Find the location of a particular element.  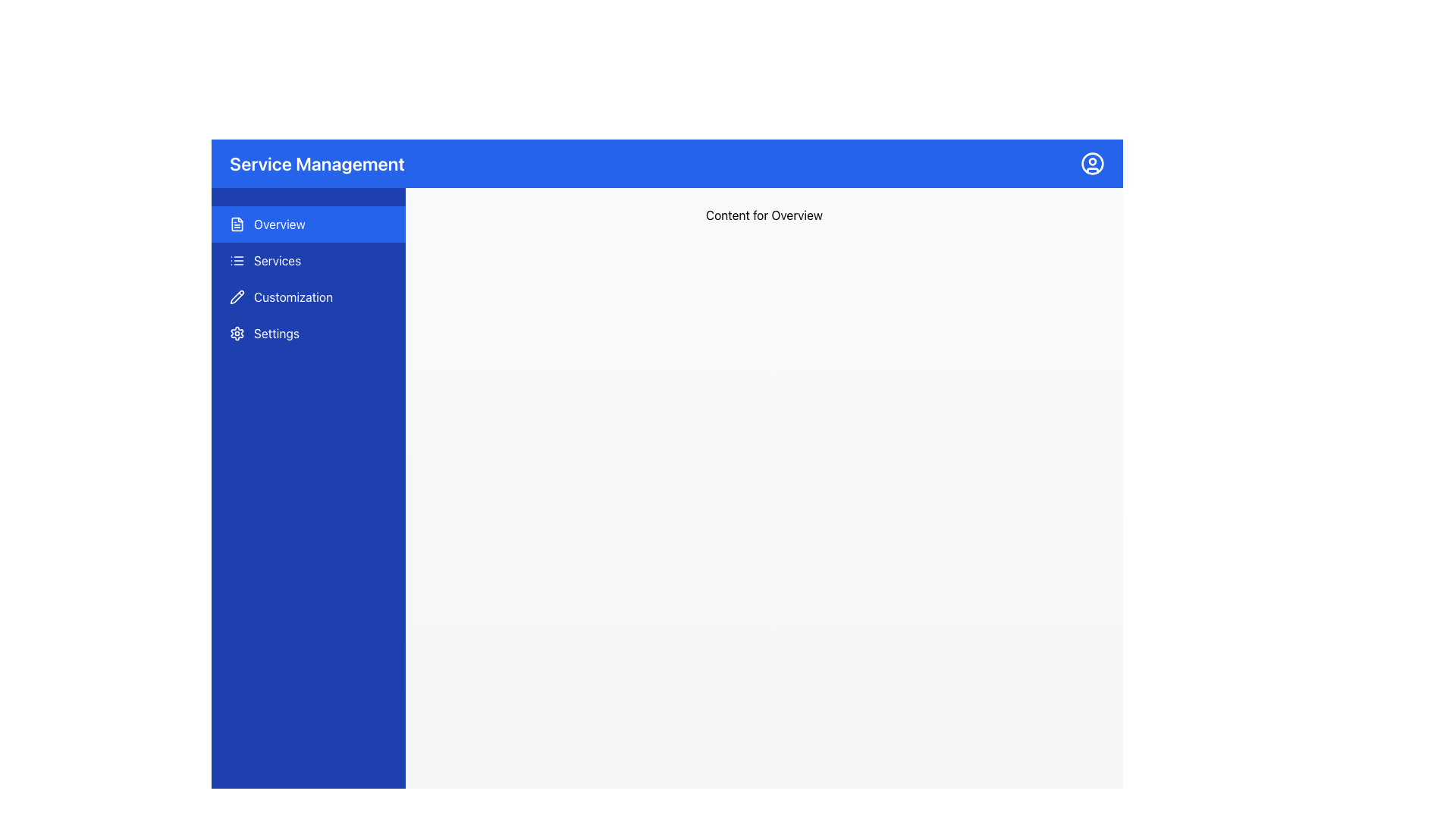

the settings icon, which is a cogwheel image located to the left of the 'Settings' text in the vertical navigation bar is located at coordinates (236, 332).